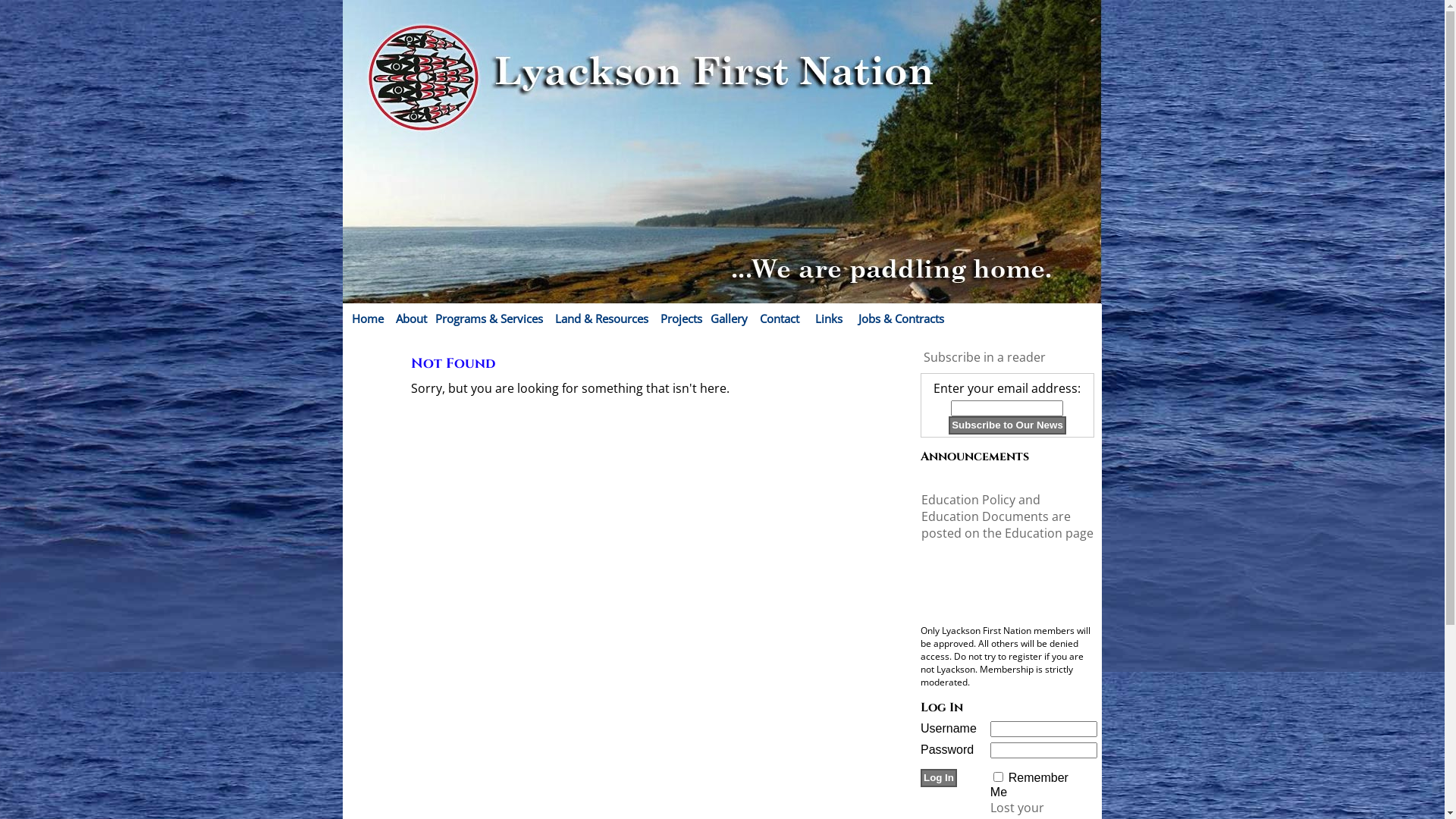 This screenshot has height=819, width=1456. What do you see at coordinates (984, 356) in the screenshot?
I see `'Subscribe in a reader'` at bounding box center [984, 356].